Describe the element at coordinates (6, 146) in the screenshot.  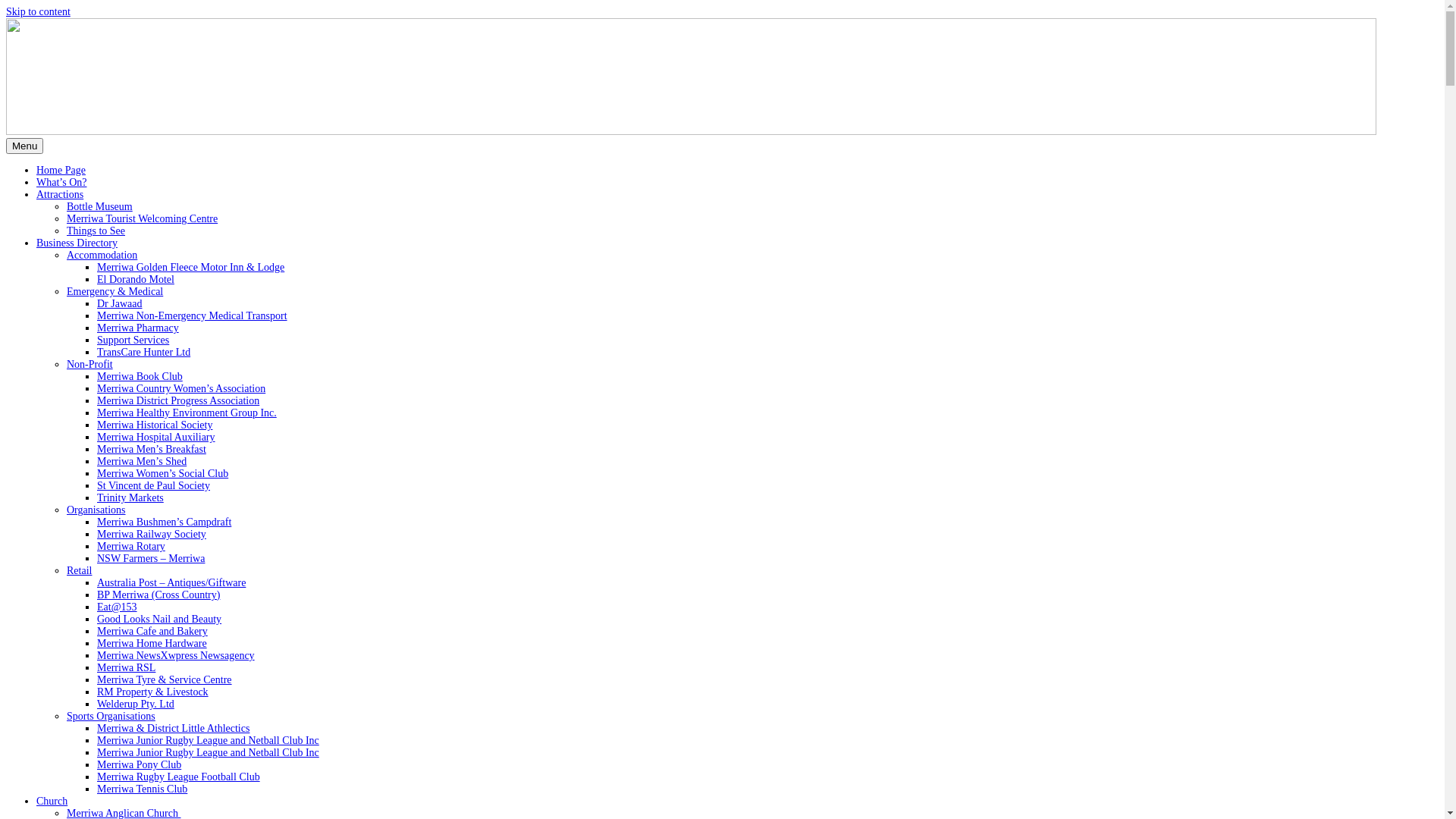
I see `'Menu'` at that location.